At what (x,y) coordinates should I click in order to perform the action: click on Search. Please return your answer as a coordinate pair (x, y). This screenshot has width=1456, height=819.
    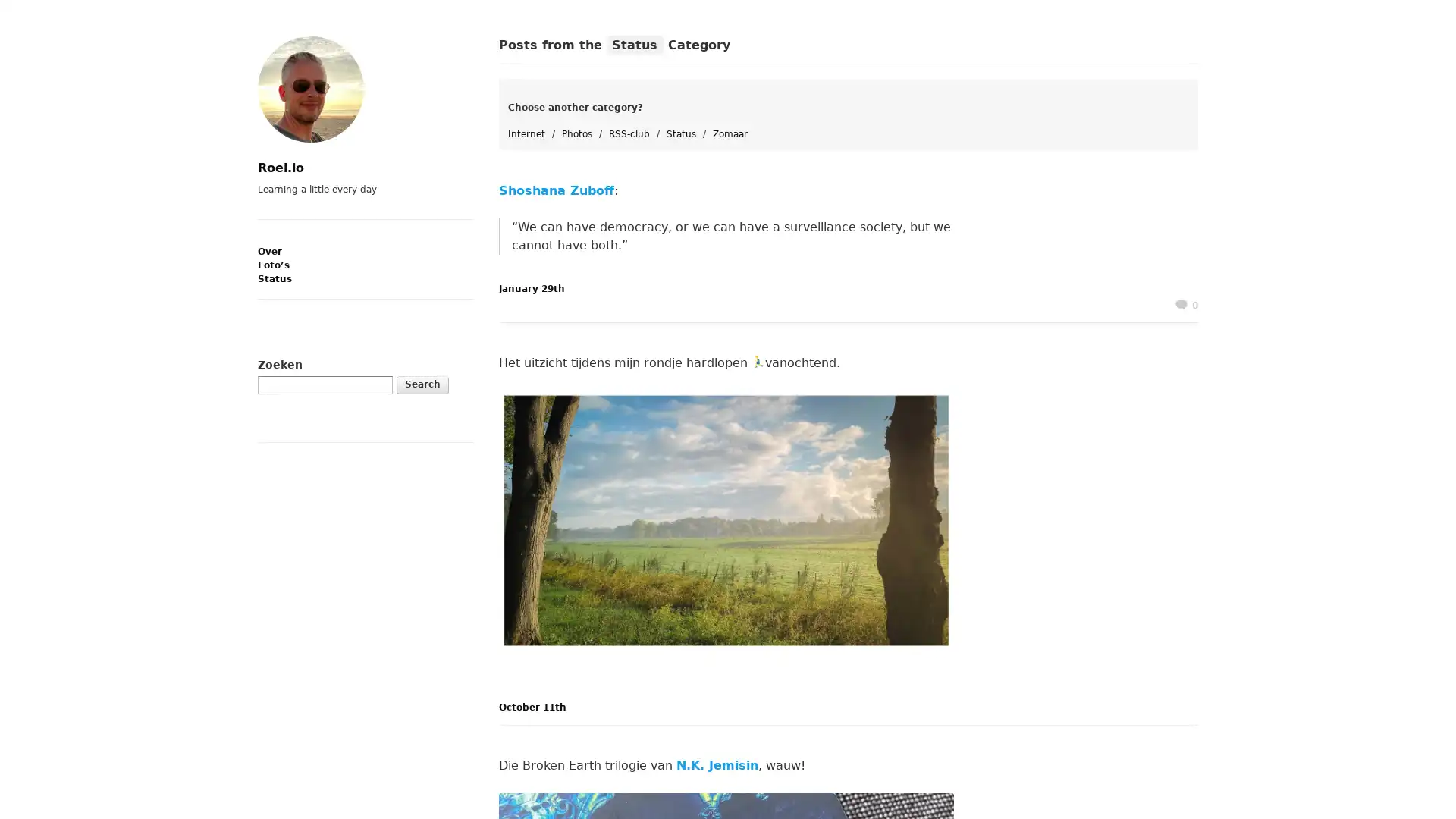
    Looking at the image, I should click on (422, 384).